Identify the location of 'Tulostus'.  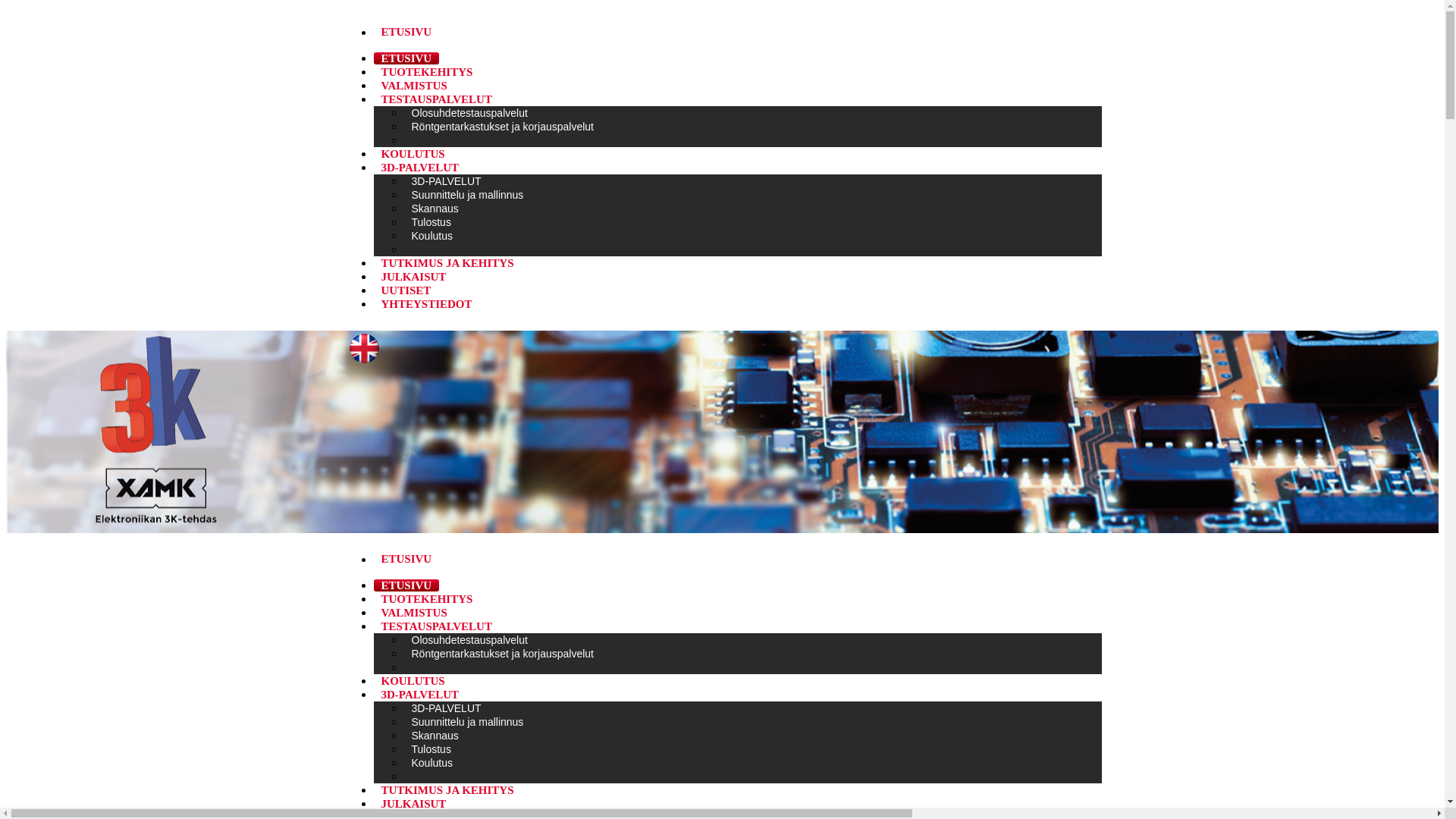
(429, 748).